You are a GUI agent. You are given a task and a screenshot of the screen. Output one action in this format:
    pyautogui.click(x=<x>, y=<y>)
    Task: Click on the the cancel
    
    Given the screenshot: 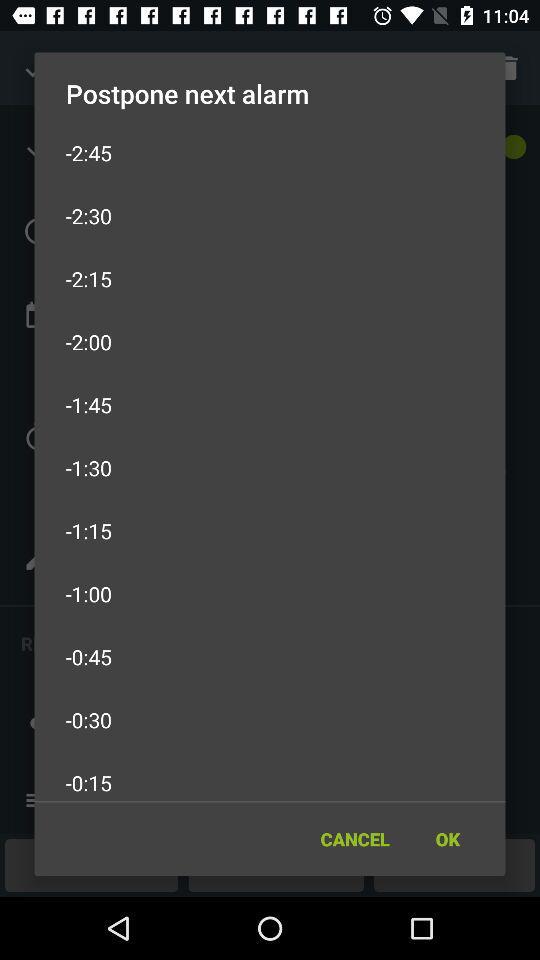 What is the action you would take?
    pyautogui.click(x=354, y=839)
    